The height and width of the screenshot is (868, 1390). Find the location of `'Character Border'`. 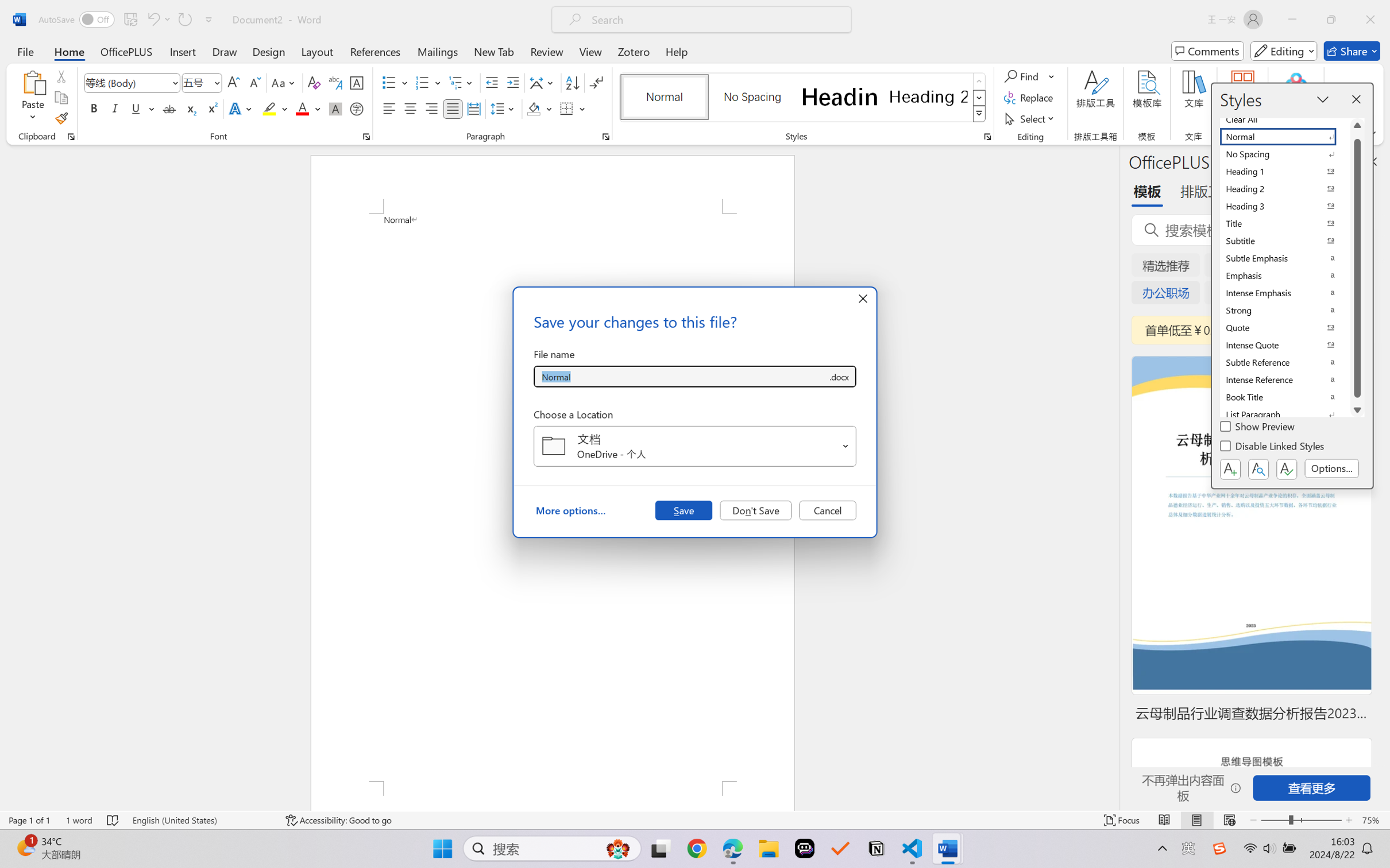

'Character Border' is located at coordinates (357, 83).